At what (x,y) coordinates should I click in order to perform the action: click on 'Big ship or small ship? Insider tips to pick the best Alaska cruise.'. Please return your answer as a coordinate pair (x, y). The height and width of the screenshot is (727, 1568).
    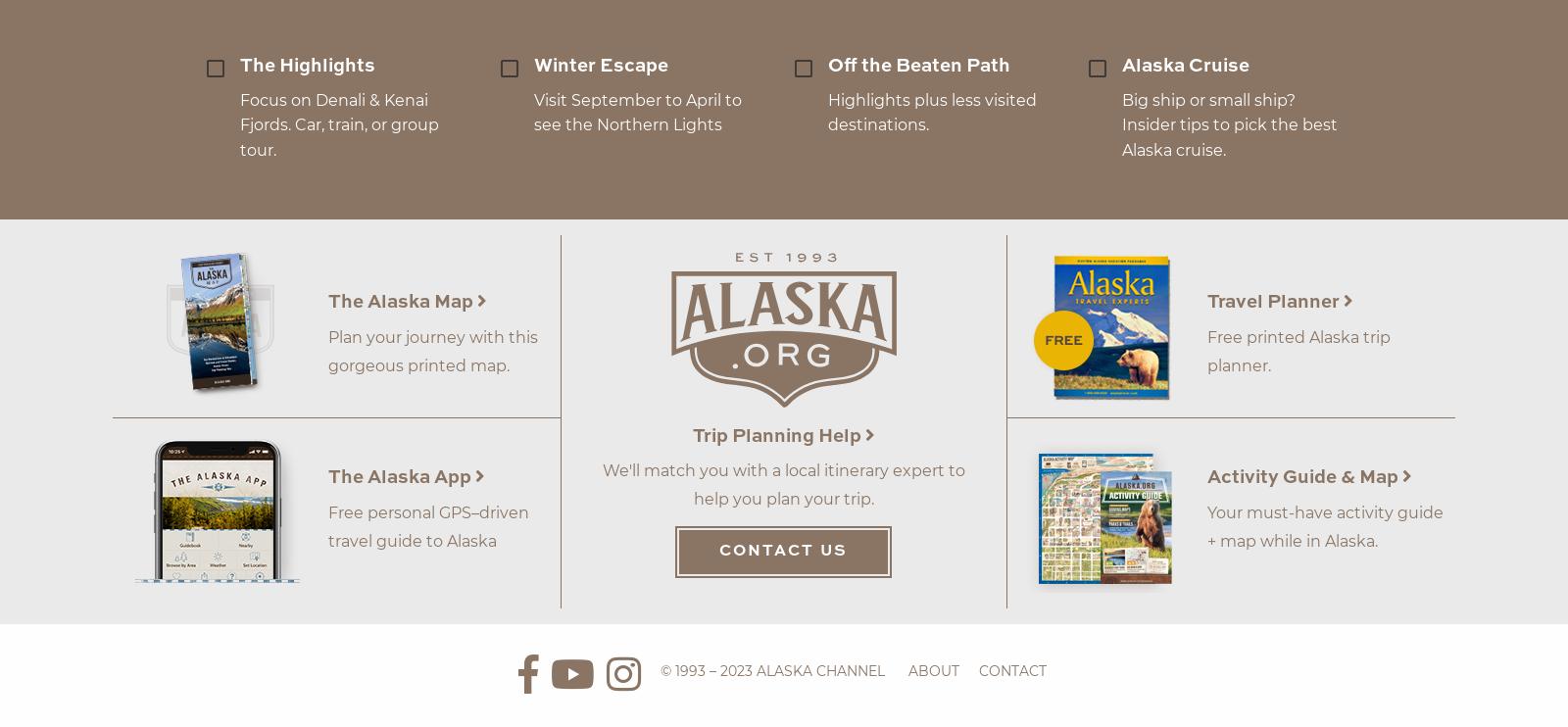
    Looking at the image, I should click on (1121, 123).